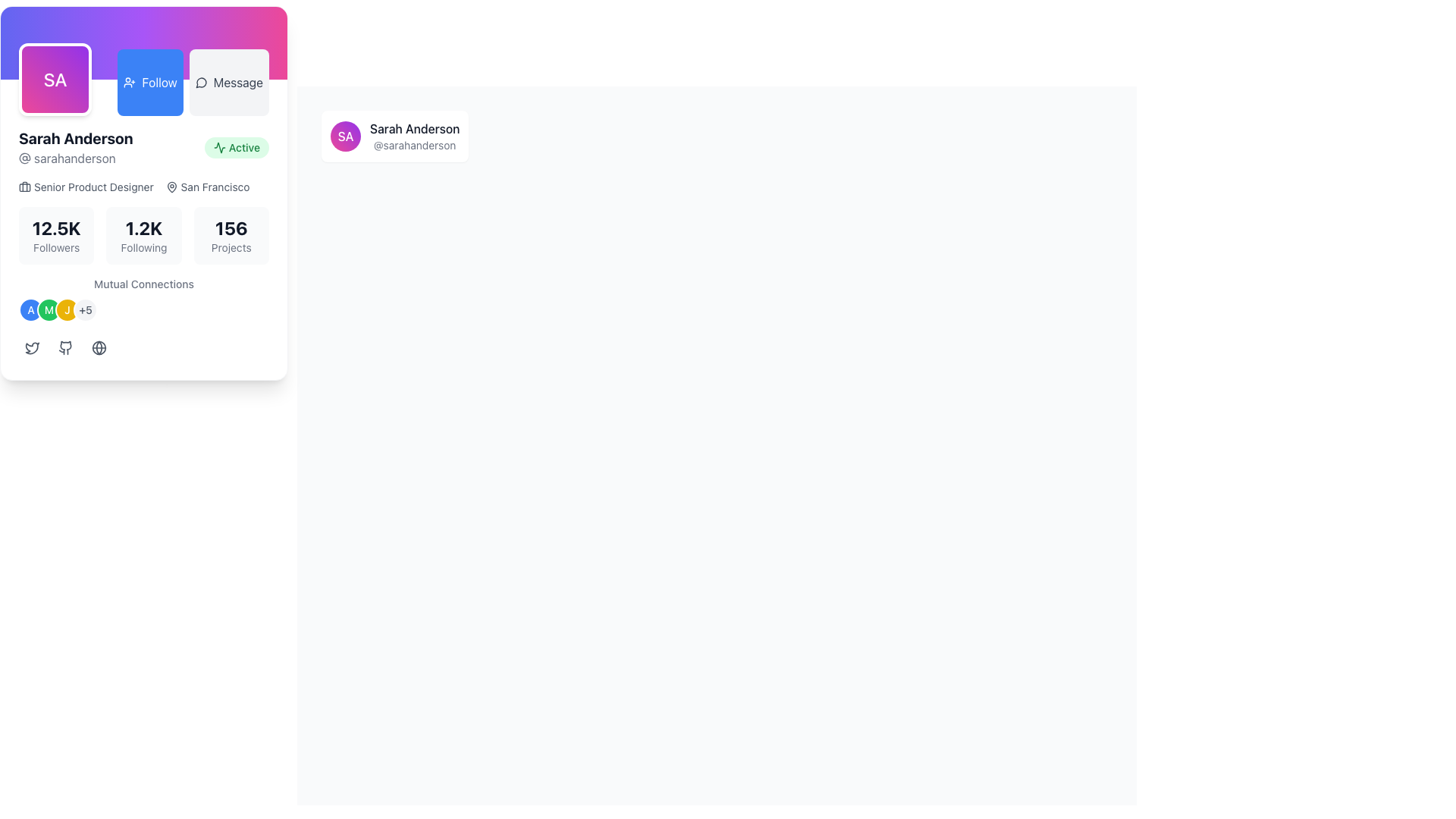 The image size is (1456, 819). What do you see at coordinates (97, 348) in the screenshot?
I see `the interactive SVG circle graphic located in the lower-left area of the user profile details card` at bounding box center [97, 348].